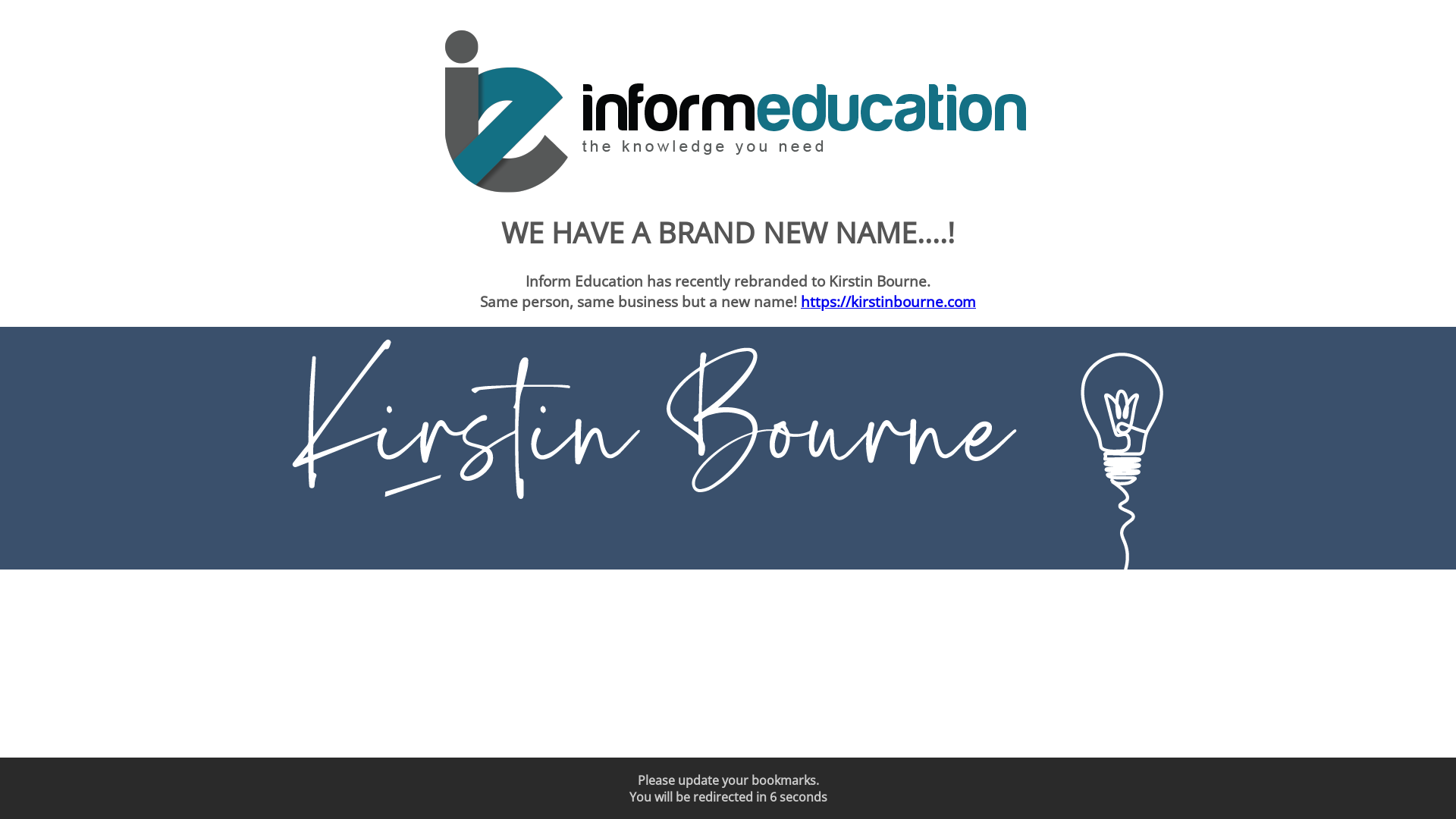 This screenshot has width=1456, height=819. Describe the element at coordinates (888, 301) in the screenshot. I see `'https://kirstinbourne.com'` at that location.